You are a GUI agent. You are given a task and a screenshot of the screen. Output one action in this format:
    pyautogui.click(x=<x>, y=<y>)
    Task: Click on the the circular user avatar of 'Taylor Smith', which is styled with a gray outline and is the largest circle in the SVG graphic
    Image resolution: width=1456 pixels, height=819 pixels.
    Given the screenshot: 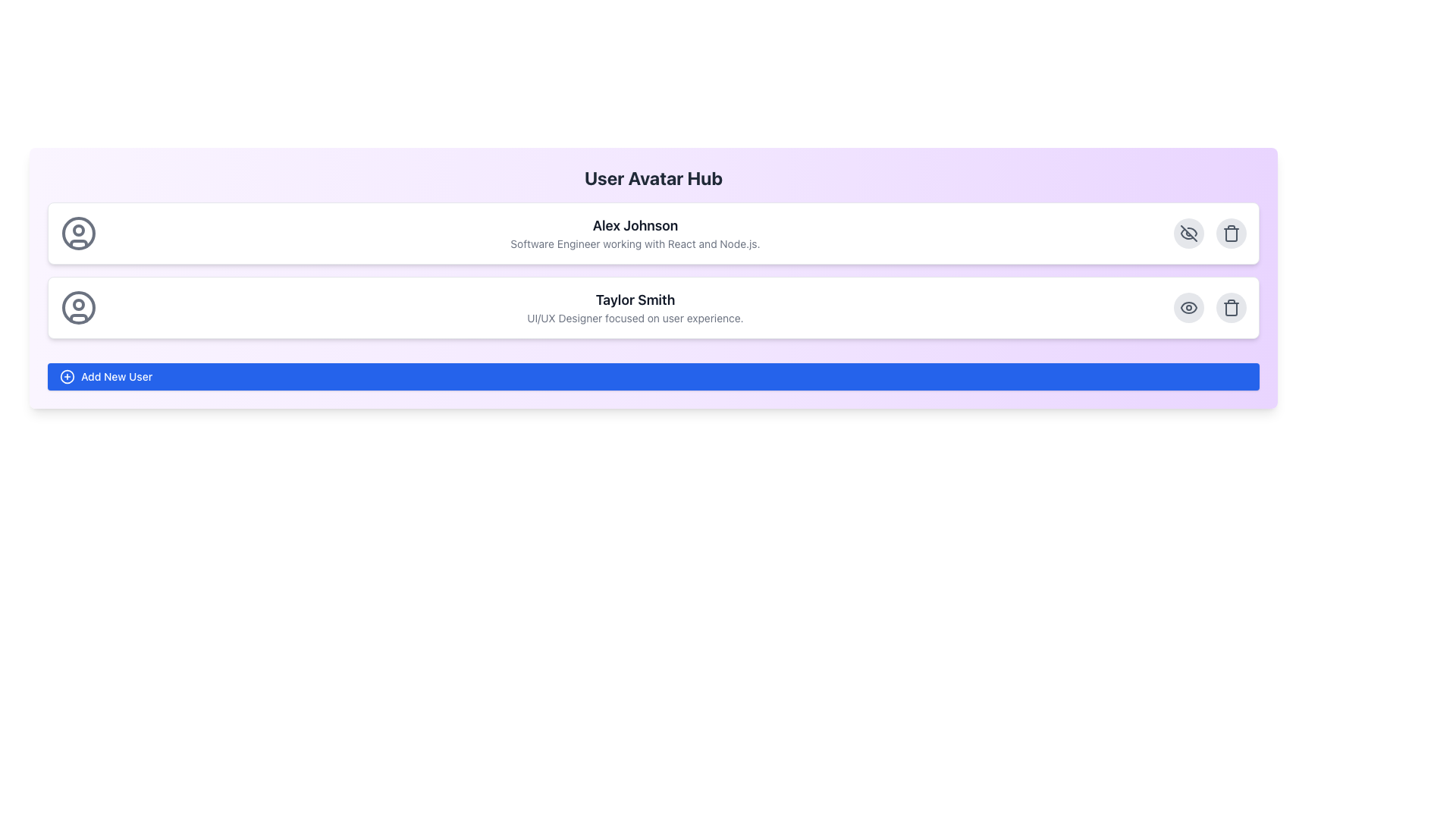 What is the action you would take?
    pyautogui.click(x=78, y=307)
    